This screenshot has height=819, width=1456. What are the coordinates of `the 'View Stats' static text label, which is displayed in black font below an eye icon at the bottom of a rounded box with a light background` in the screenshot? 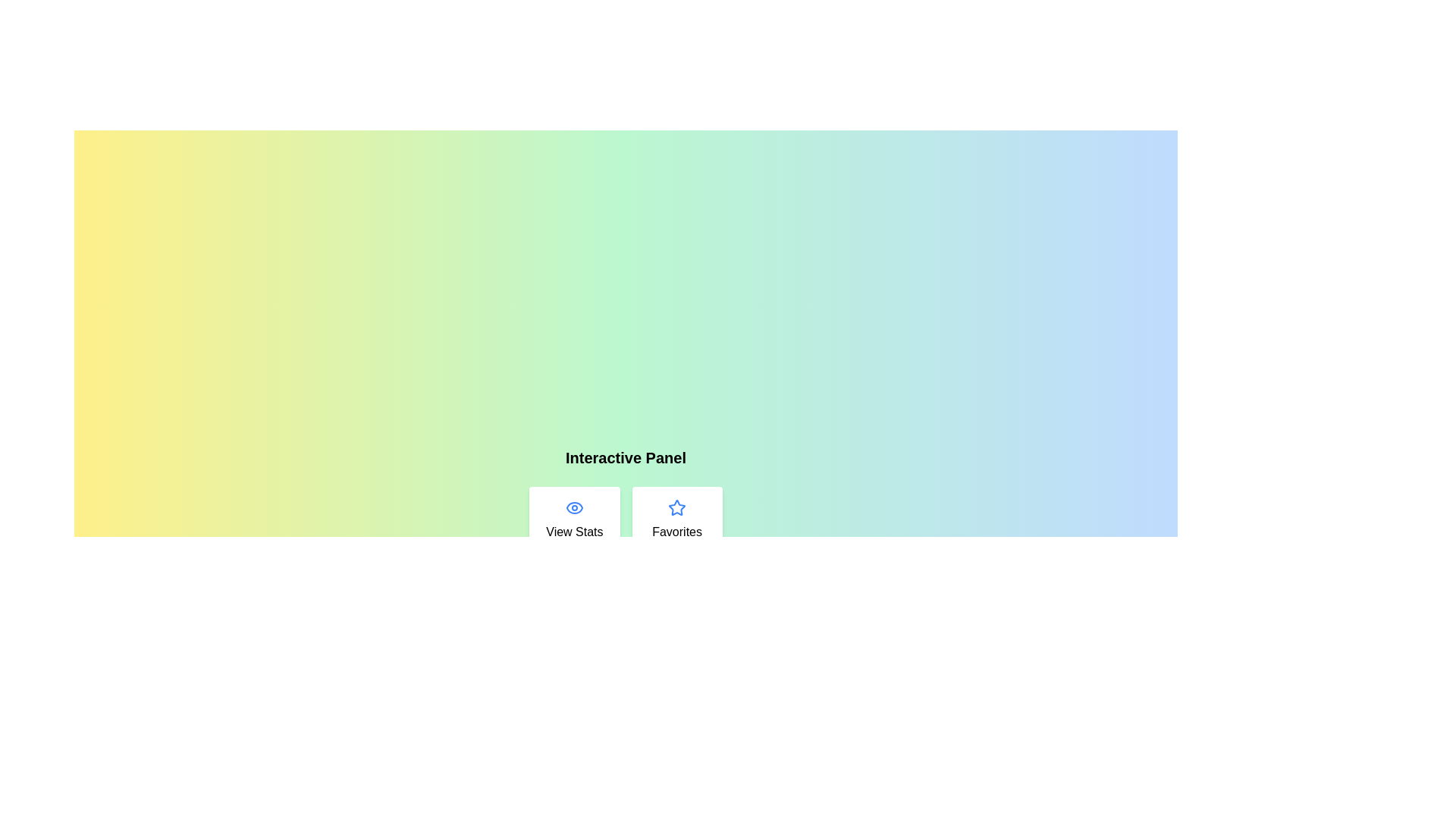 It's located at (573, 532).